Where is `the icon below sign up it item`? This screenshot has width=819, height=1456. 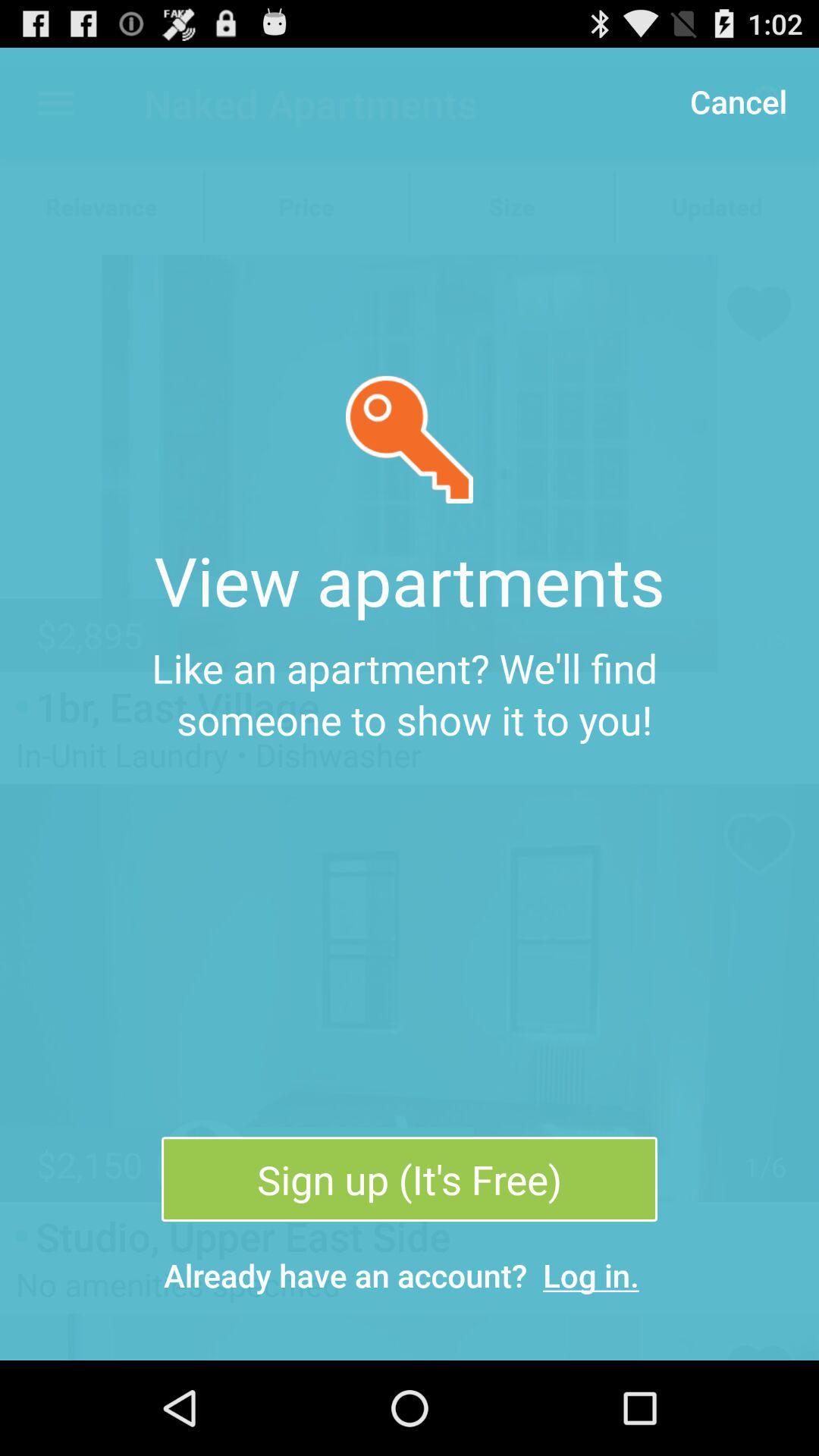 the icon below sign up it item is located at coordinates (590, 1274).